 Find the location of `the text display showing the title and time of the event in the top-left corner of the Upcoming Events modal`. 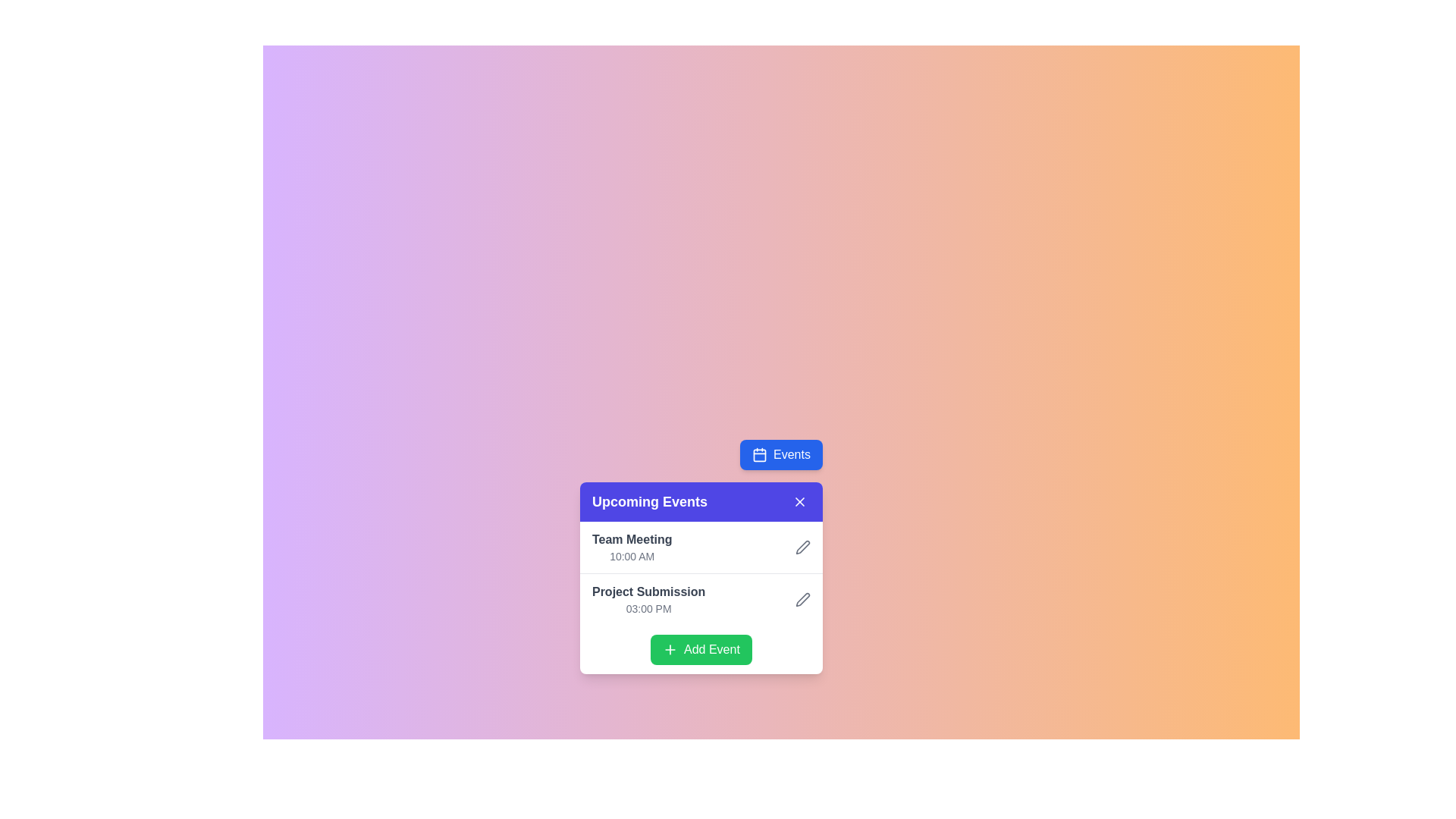

the text display showing the title and time of the event in the top-left corner of the Upcoming Events modal is located at coordinates (632, 547).